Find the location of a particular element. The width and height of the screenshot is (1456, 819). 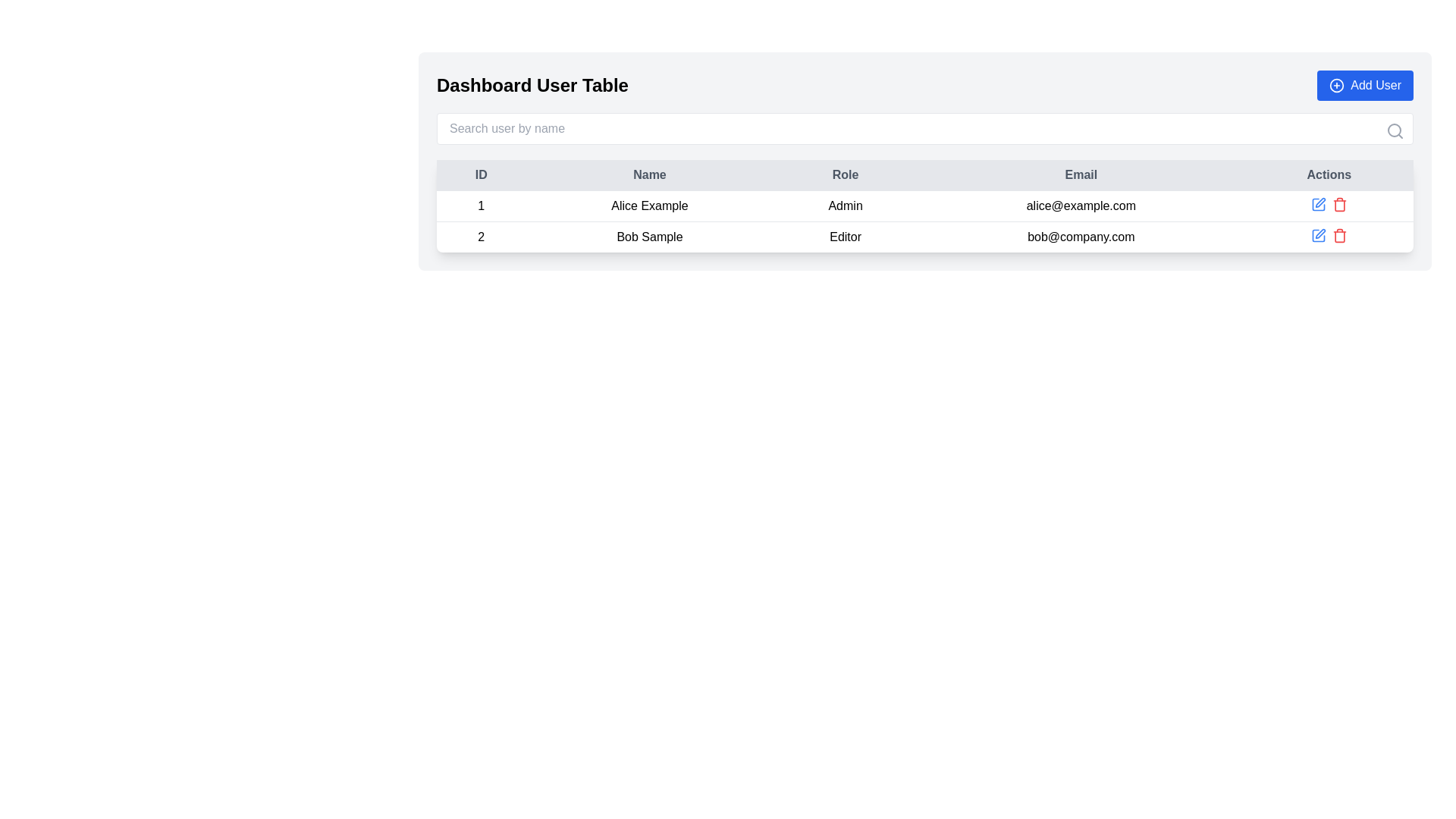

the first row in the user information table displaying data for 'Alice Example' is located at coordinates (924, 206).